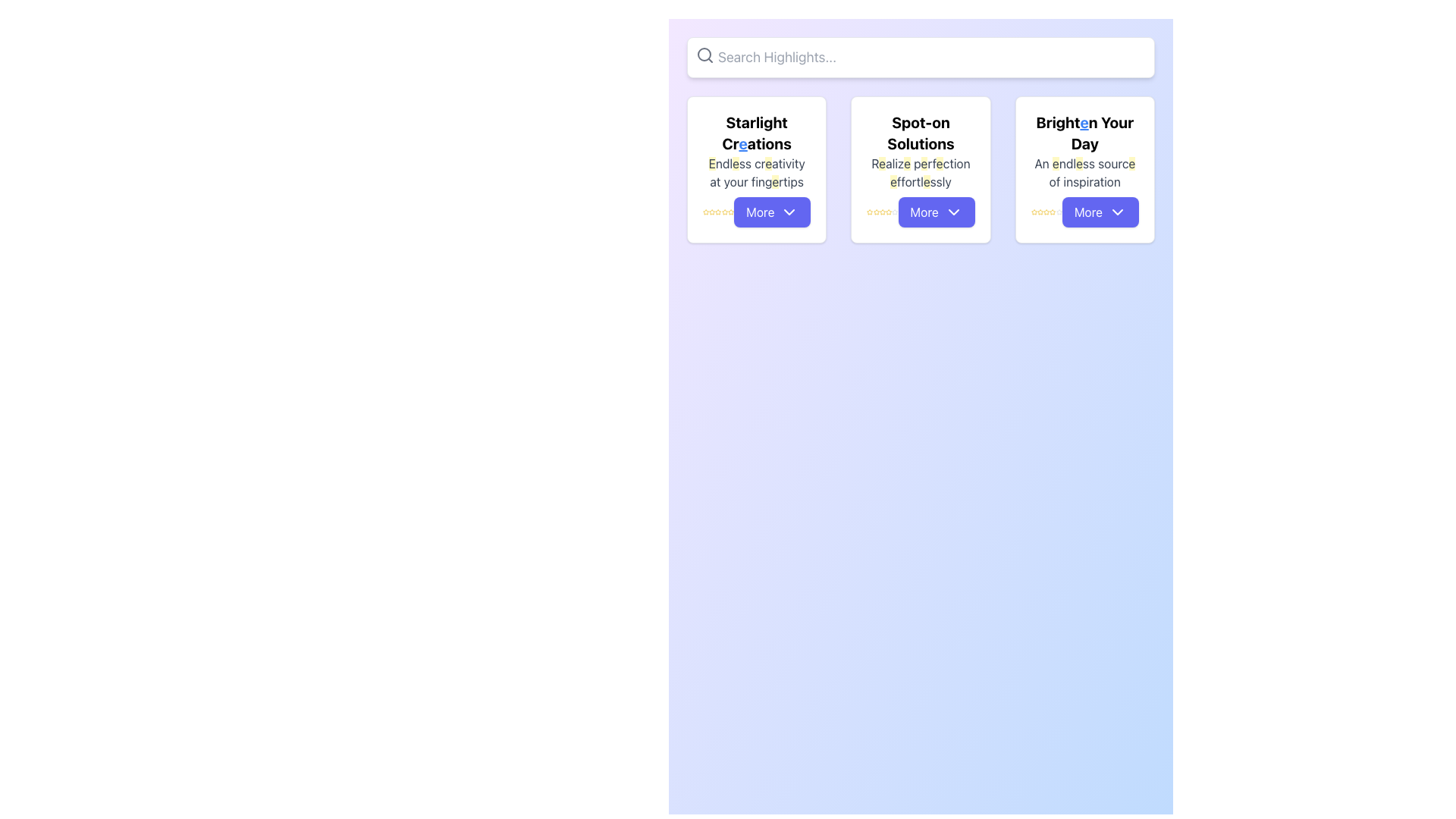 The height and width of the screenshot is (819, 1456). What do you see at coordinates (723, 212) in the screenshot?
I see `the fifth yellow star icon in the rating system located near the bottom left of the 'Starlight Creations' card` at bounding box center [723, 212].